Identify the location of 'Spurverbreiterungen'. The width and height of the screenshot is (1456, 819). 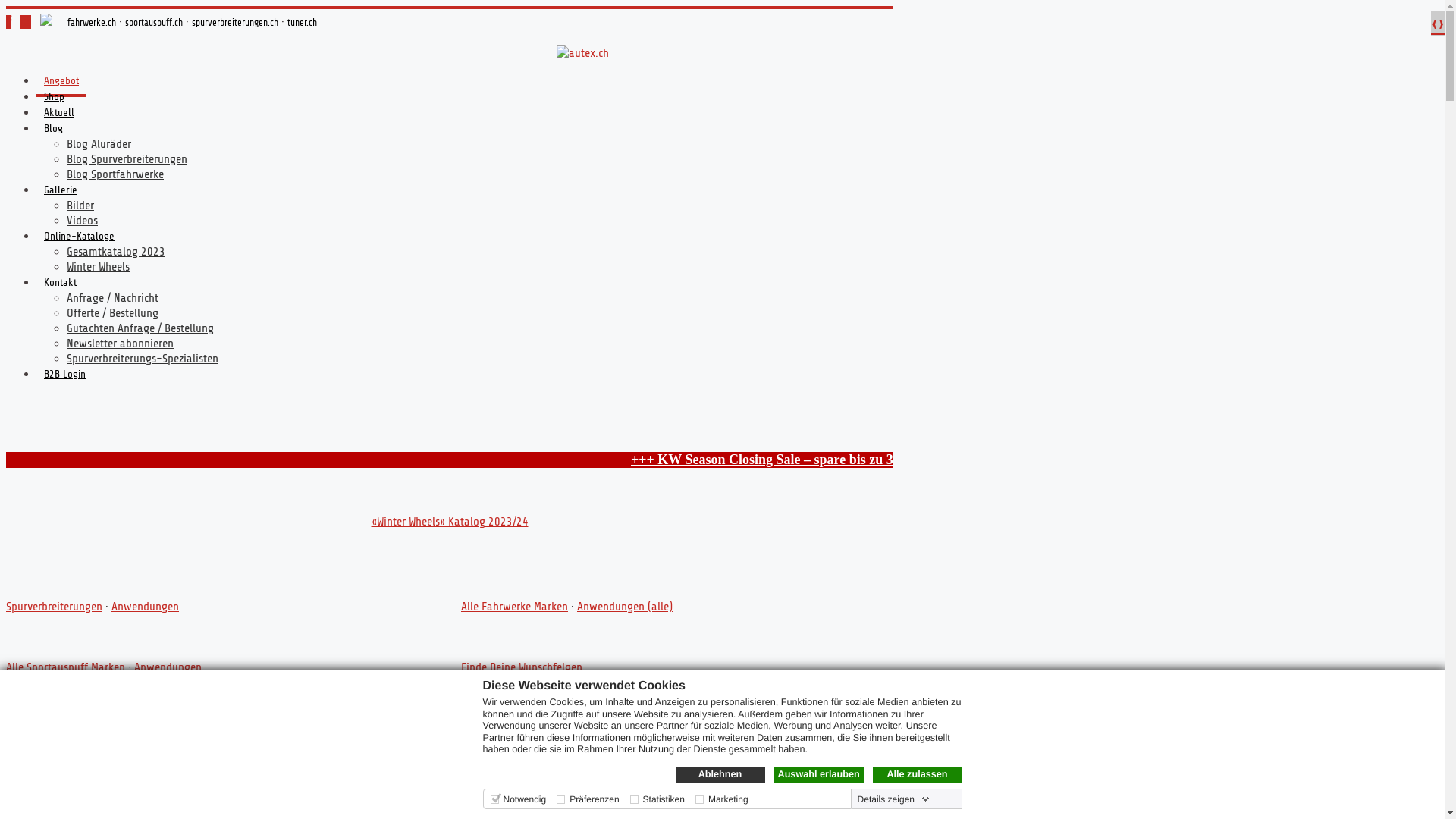
(6, 605).